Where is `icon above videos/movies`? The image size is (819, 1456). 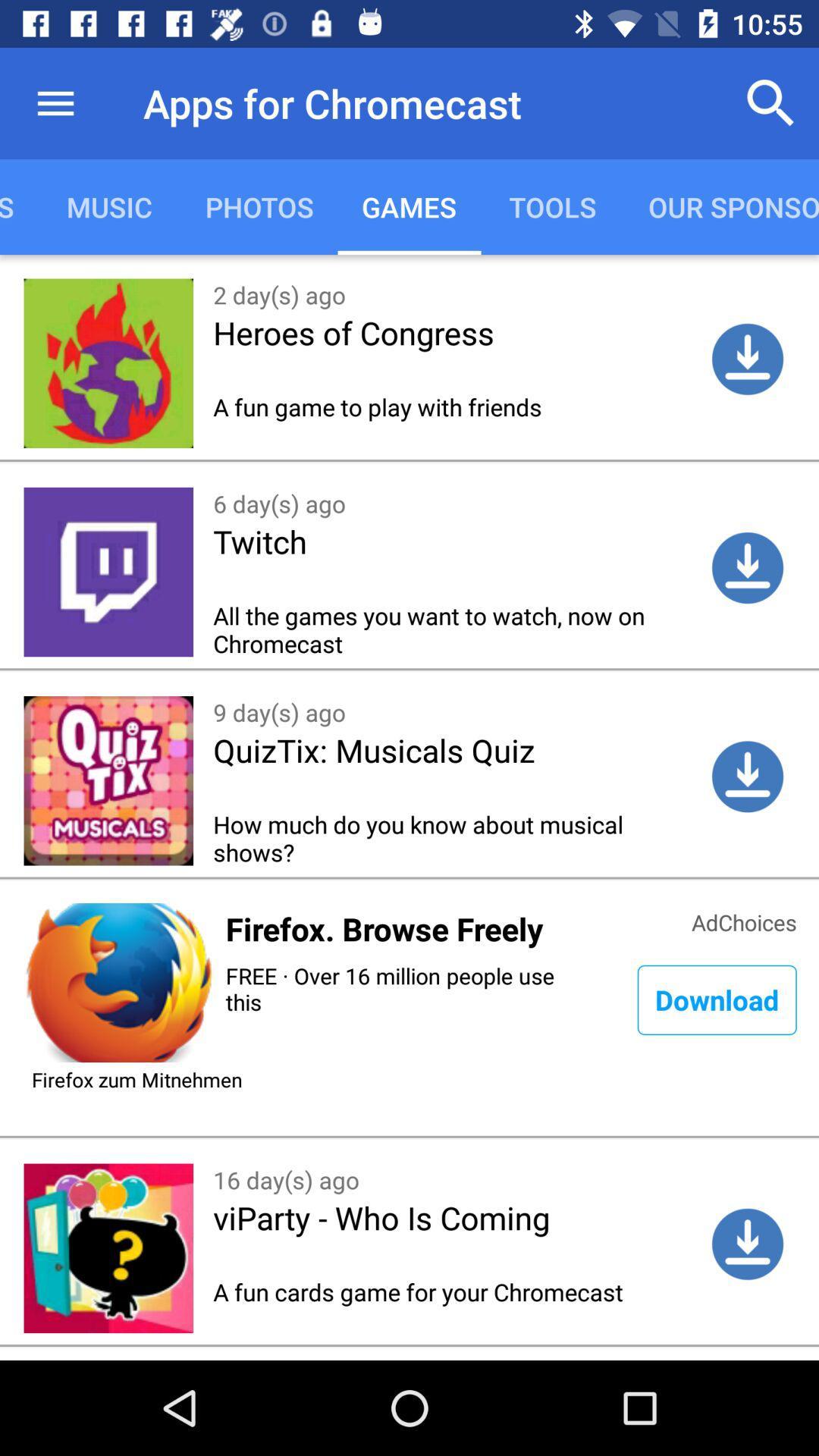
icon above videos/movies is located at coordinates (55, 102).